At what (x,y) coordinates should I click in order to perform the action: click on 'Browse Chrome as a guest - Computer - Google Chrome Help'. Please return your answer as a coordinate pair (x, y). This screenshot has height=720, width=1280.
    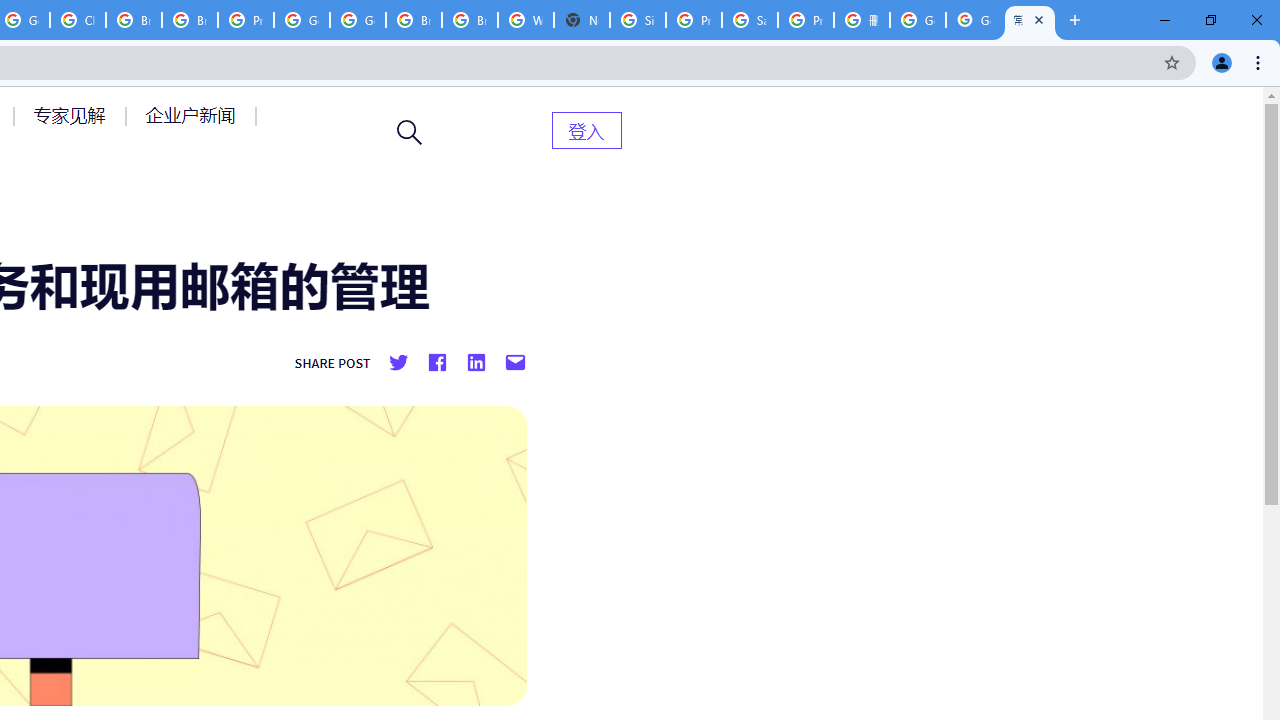
    Looking at the image, I should click on (468, 20).